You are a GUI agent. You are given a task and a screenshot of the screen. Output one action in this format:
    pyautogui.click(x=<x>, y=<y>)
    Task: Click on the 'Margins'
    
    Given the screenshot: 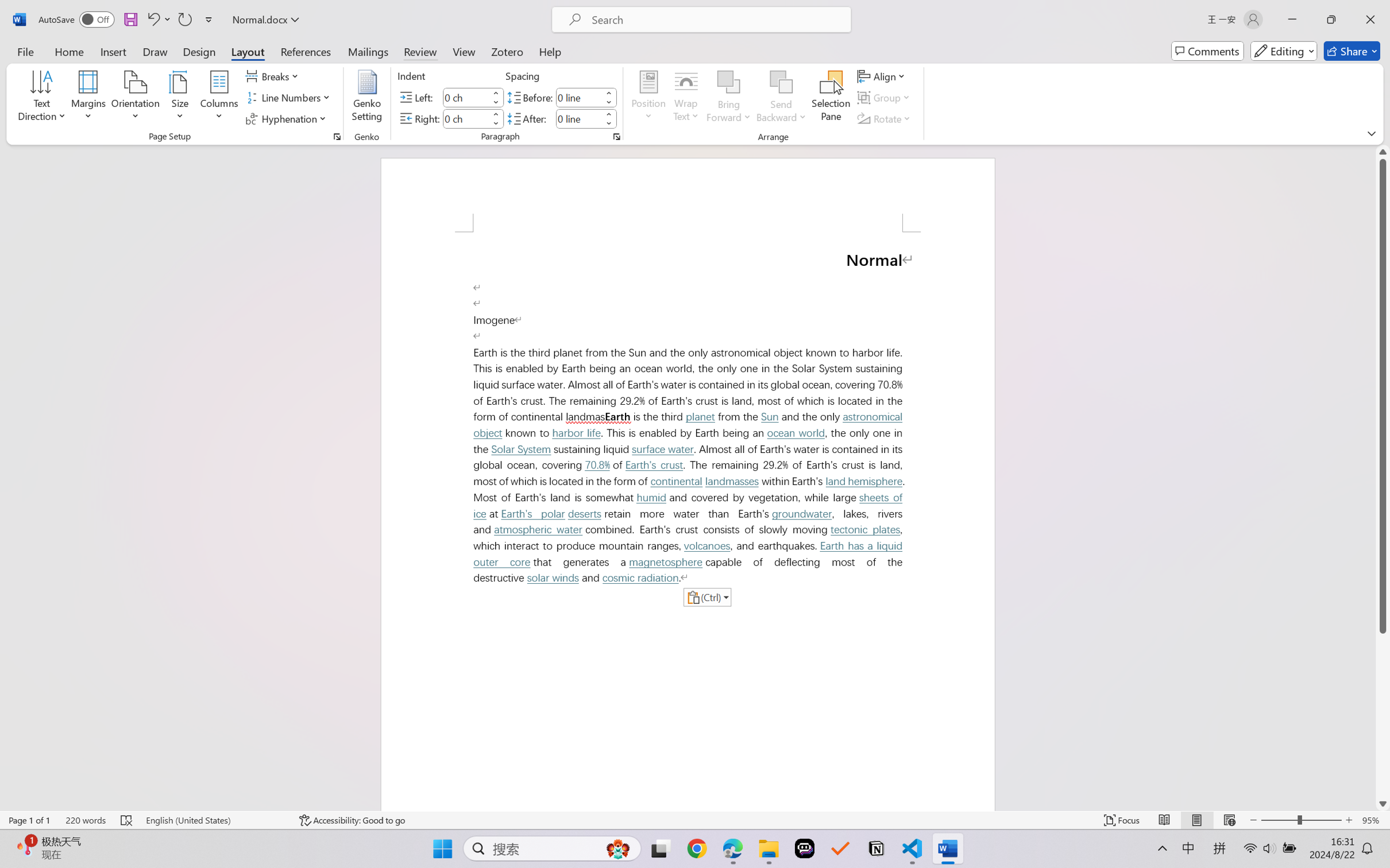 What is the action you would take?
    pyautogui.click(x=88, y=98)
    